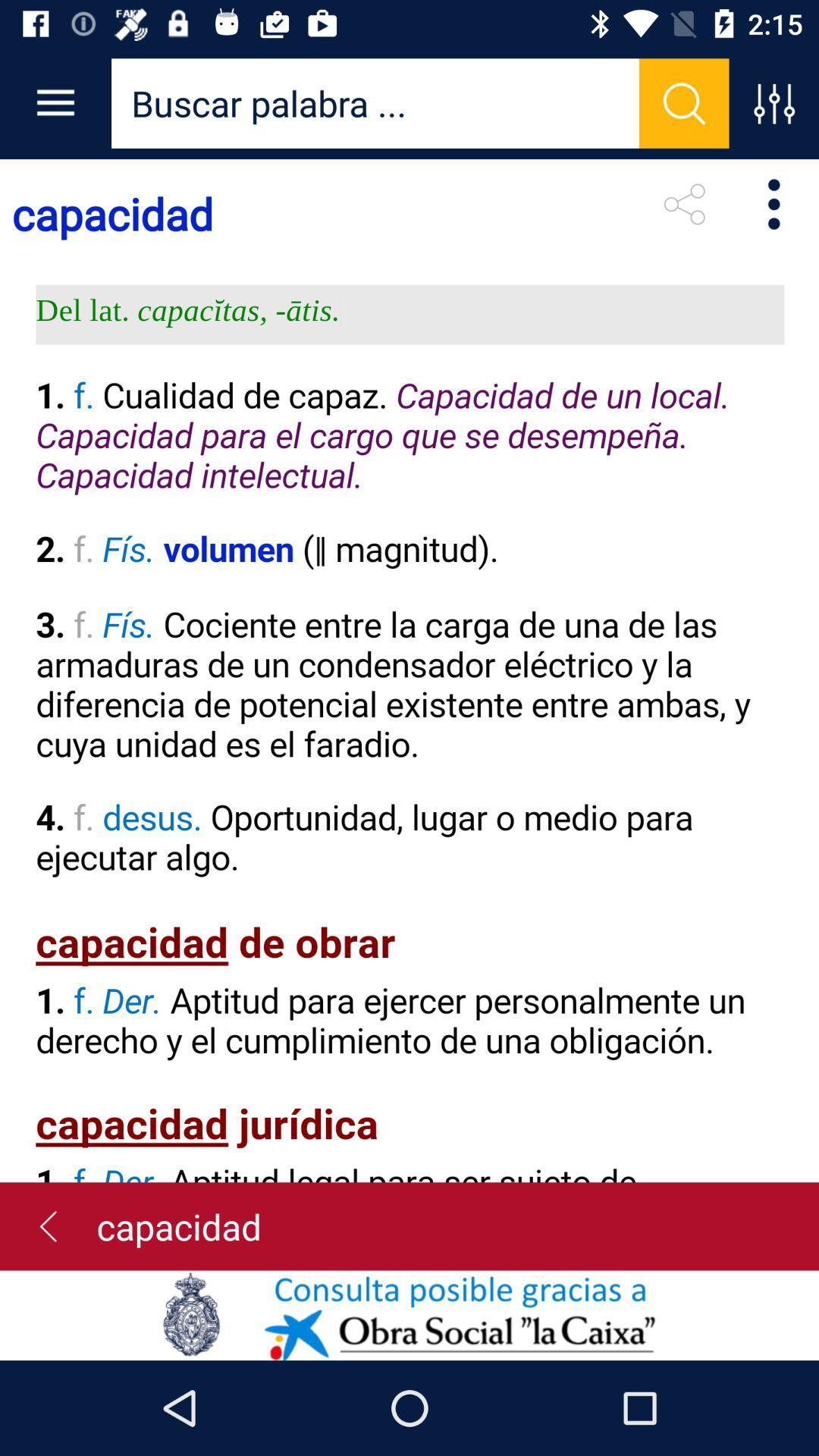  I want to click on open menu options, so click(773, 102).